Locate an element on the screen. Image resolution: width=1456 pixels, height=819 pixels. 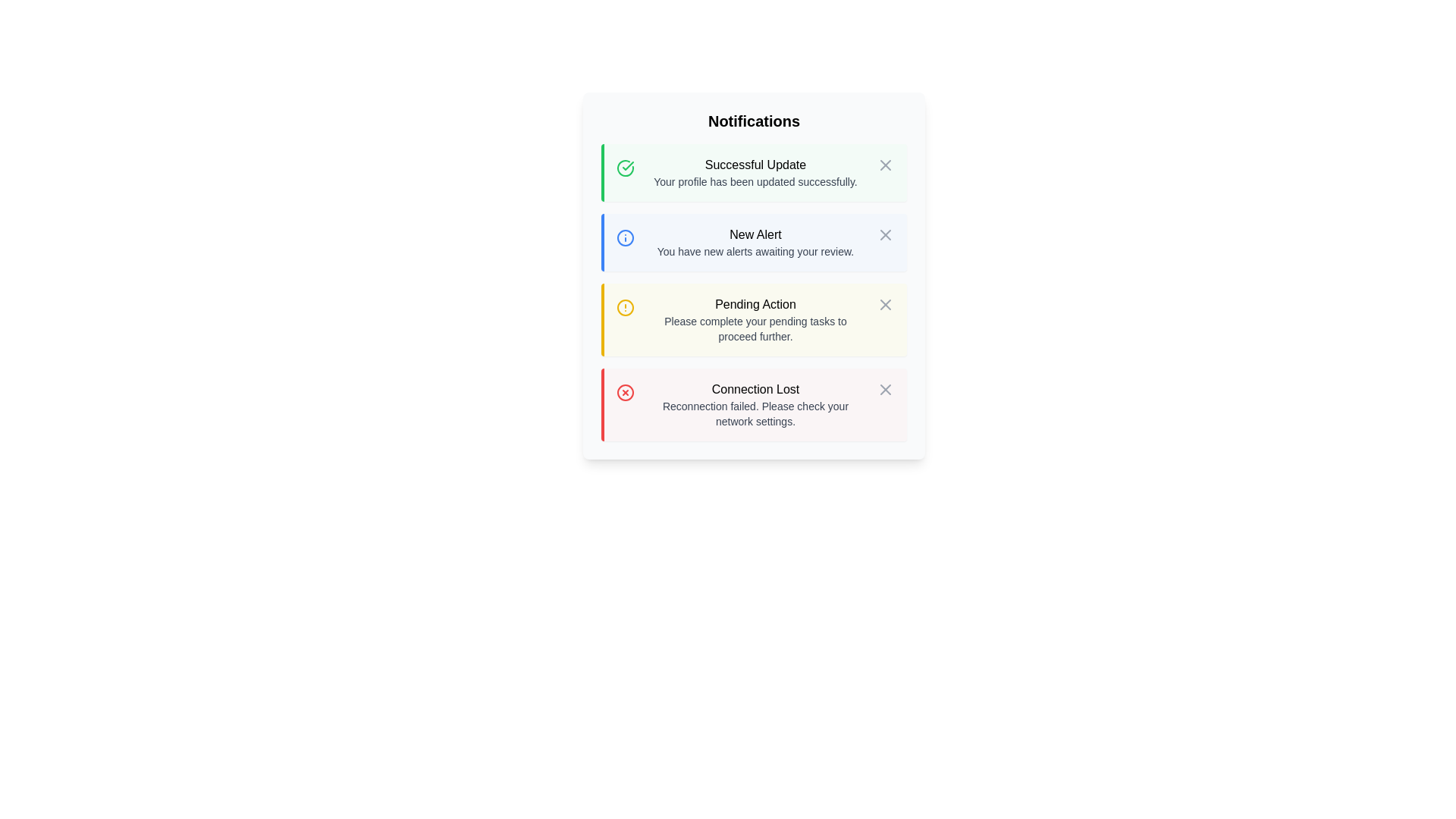
the informative notification card located in the third position of the notification list is located at coordinates (755, 318).